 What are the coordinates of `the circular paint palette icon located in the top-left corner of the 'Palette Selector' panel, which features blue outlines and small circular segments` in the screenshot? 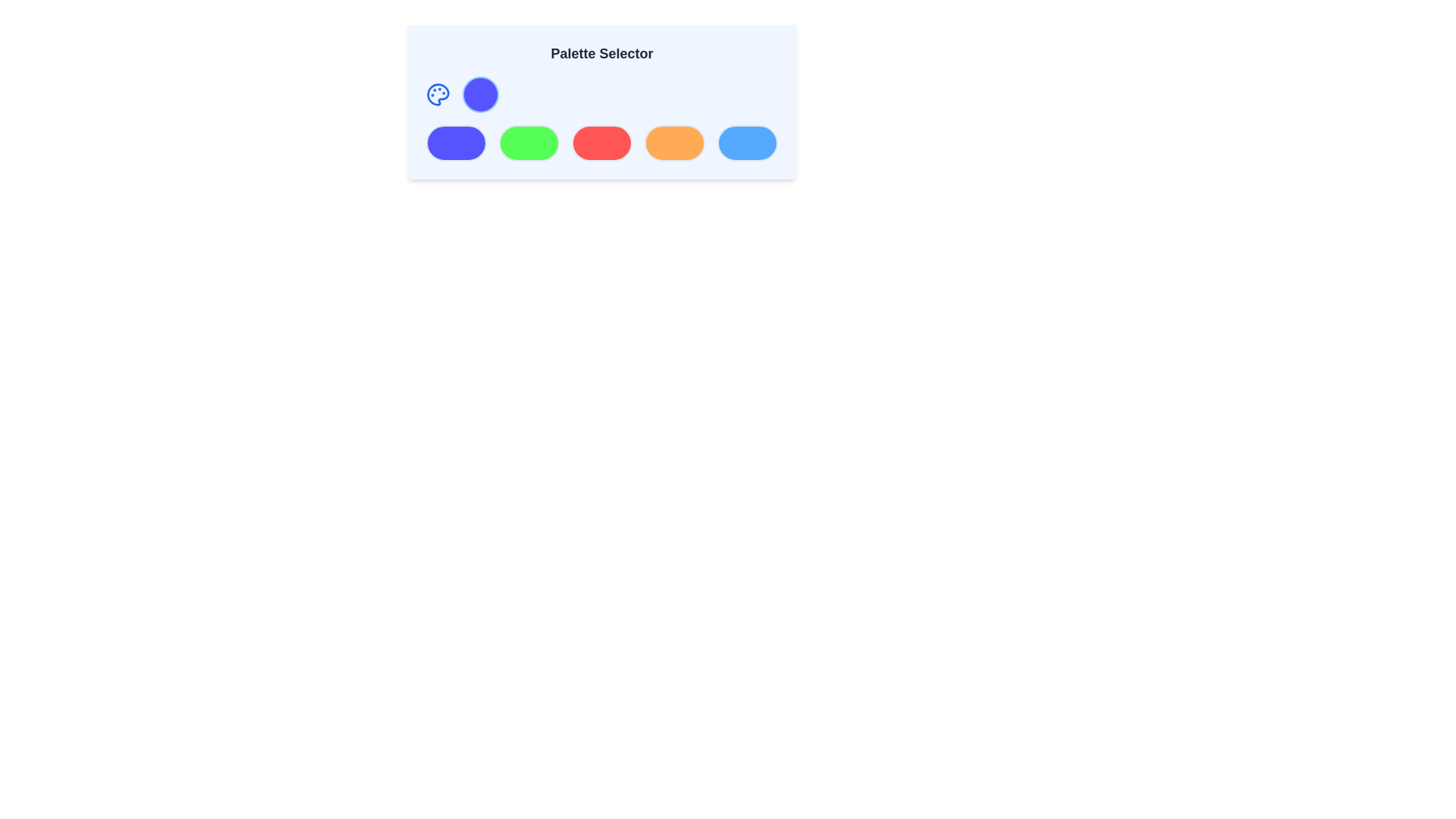 It's located at (437, 94).